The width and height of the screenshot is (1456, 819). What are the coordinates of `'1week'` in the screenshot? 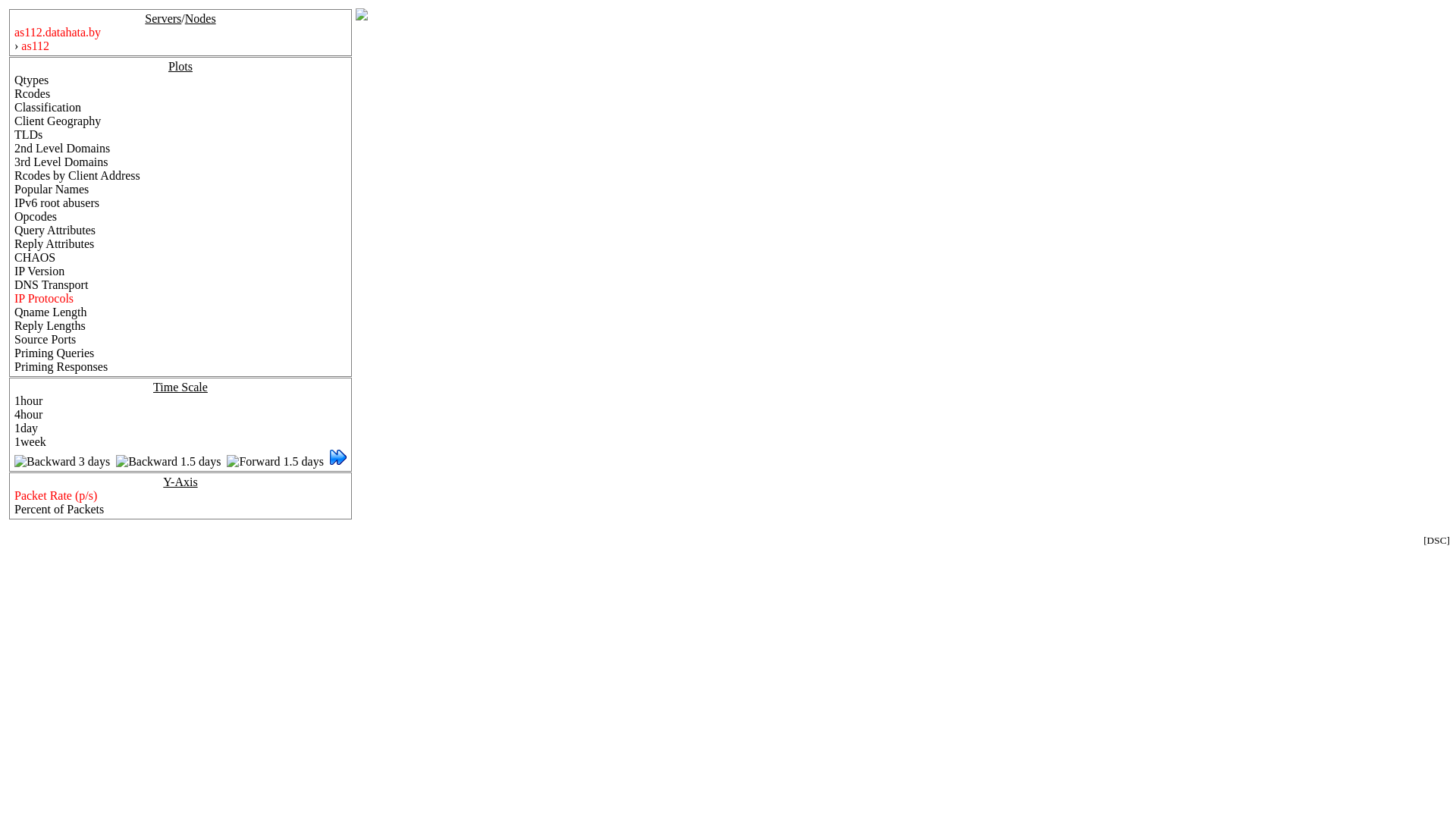 It's located at (30, 441).